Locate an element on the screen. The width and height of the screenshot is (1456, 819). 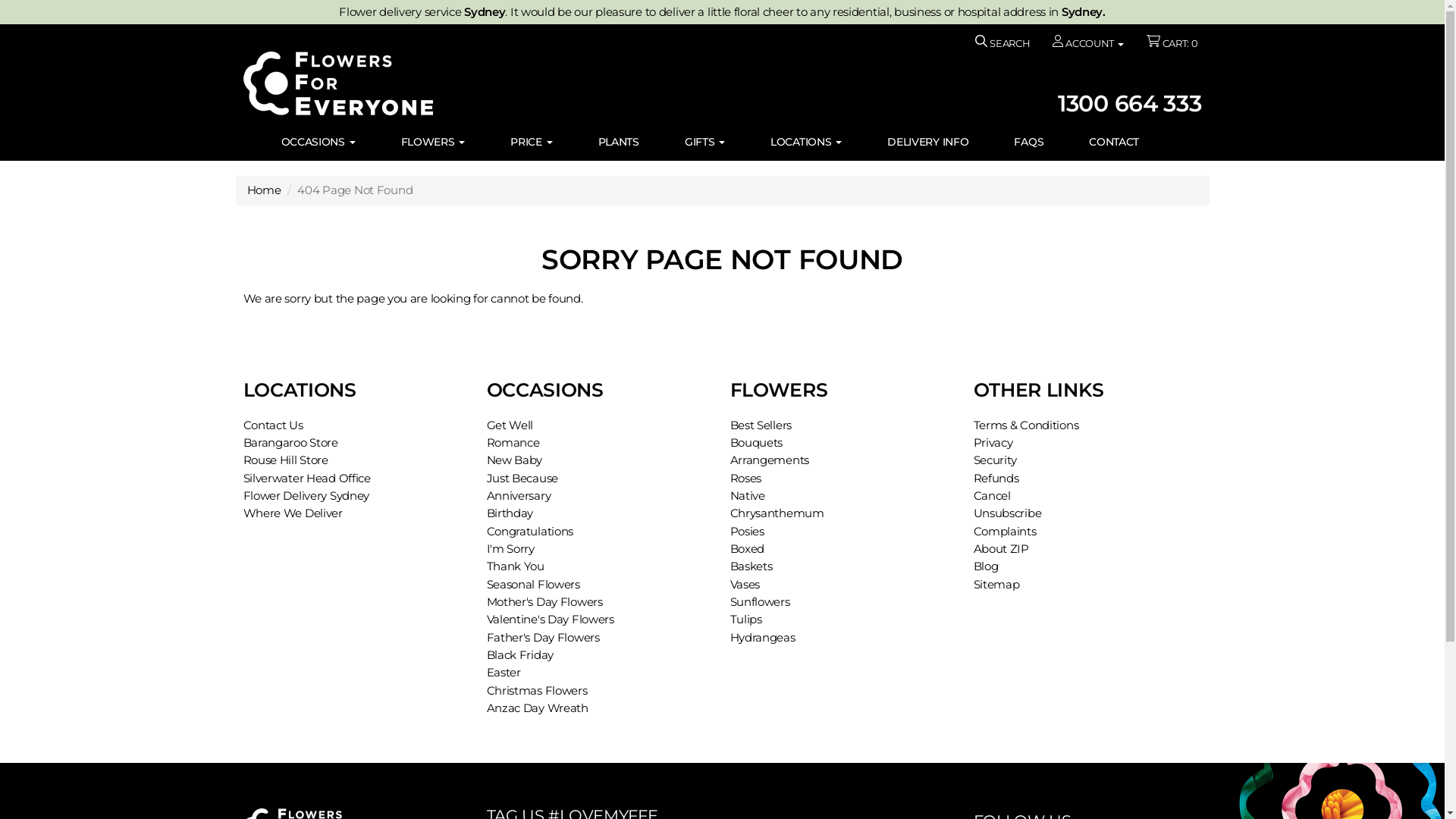
'Security' is located at coordinates (996, 459).